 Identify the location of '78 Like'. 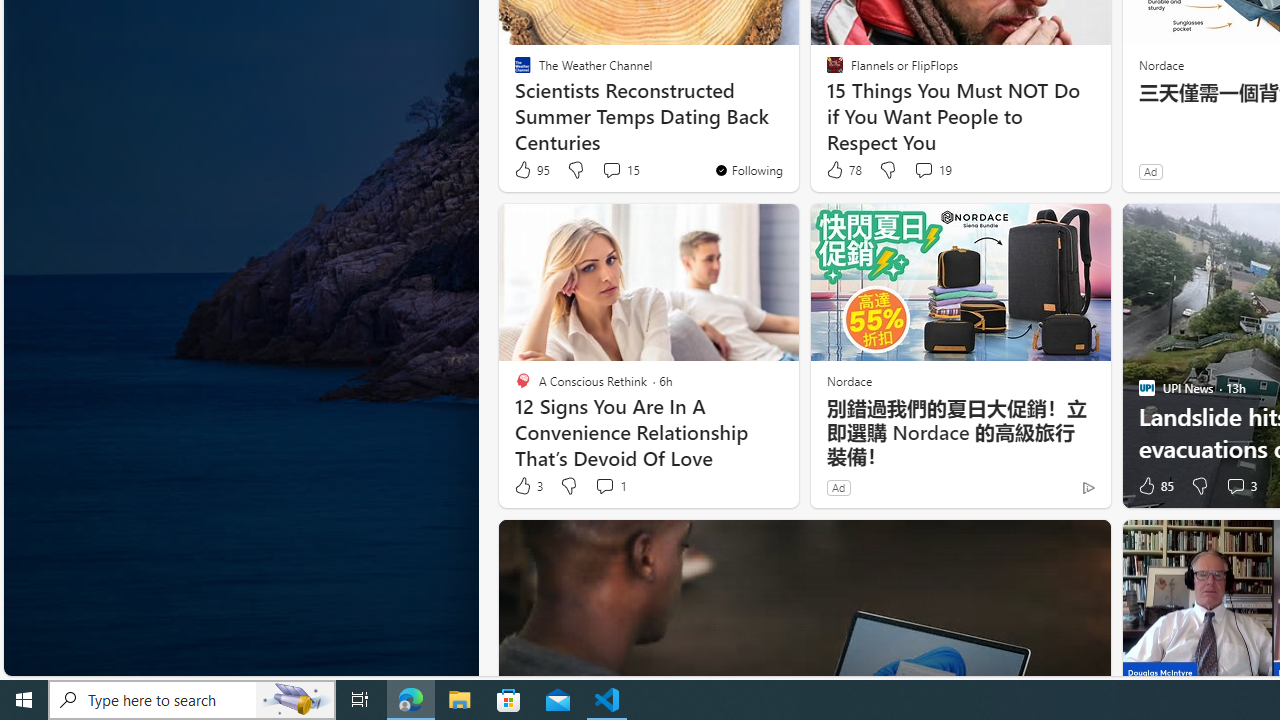
(843, 169).